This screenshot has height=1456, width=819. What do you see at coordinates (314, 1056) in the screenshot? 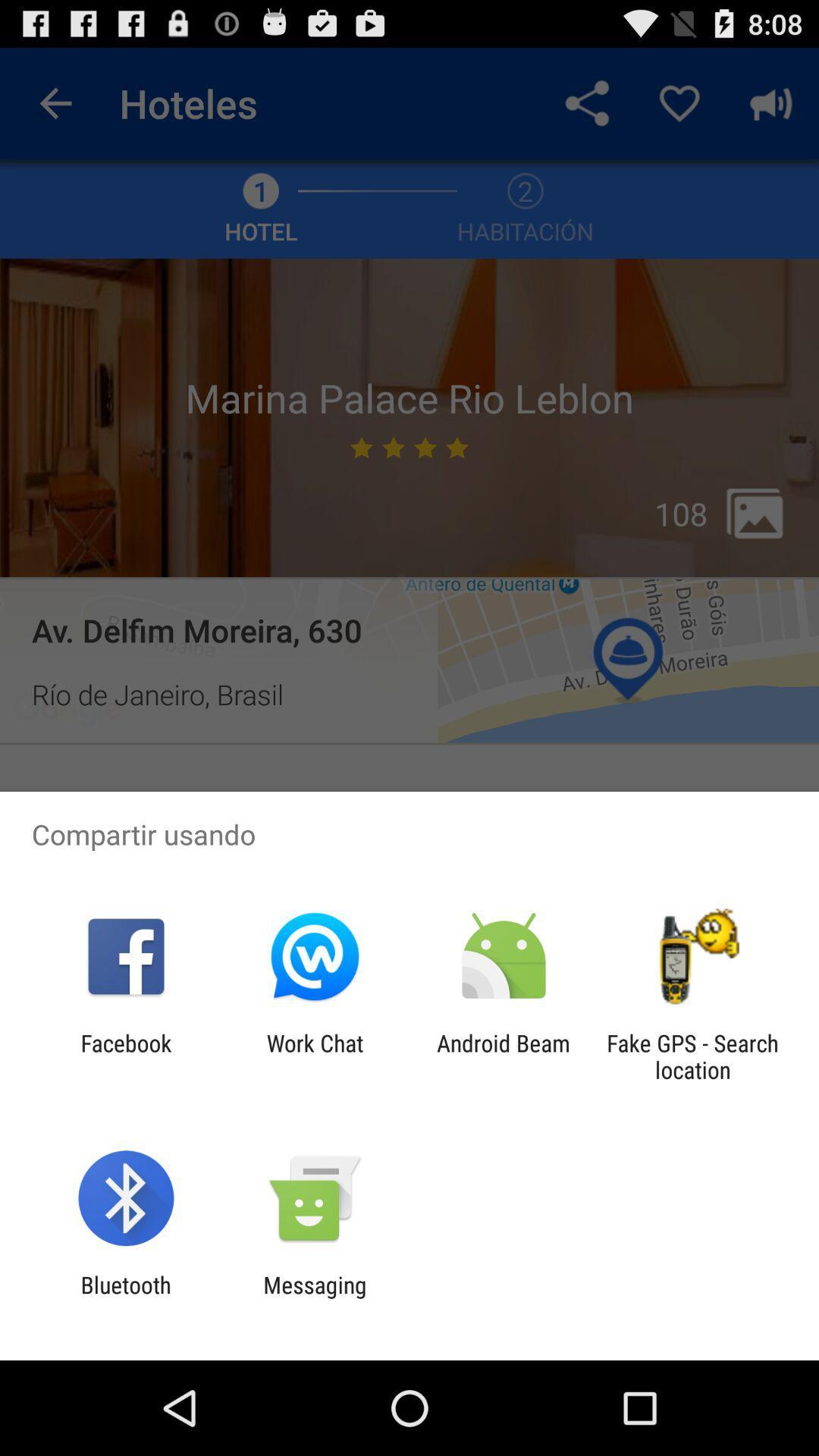
I see `the item to the left of the android beam` at bounding box center [314, 1056].